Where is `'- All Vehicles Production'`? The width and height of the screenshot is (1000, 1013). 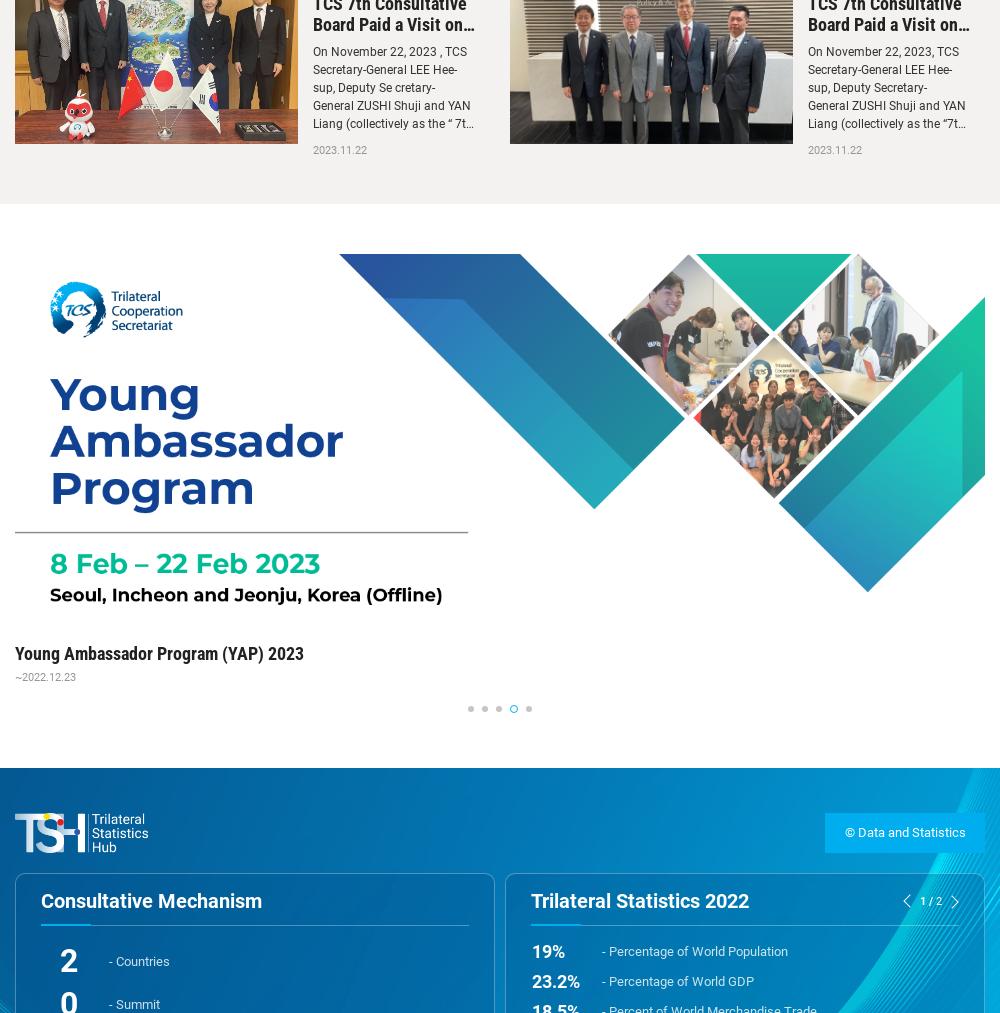 '- All Vehicles Production' is located at coordinates (670, 821).